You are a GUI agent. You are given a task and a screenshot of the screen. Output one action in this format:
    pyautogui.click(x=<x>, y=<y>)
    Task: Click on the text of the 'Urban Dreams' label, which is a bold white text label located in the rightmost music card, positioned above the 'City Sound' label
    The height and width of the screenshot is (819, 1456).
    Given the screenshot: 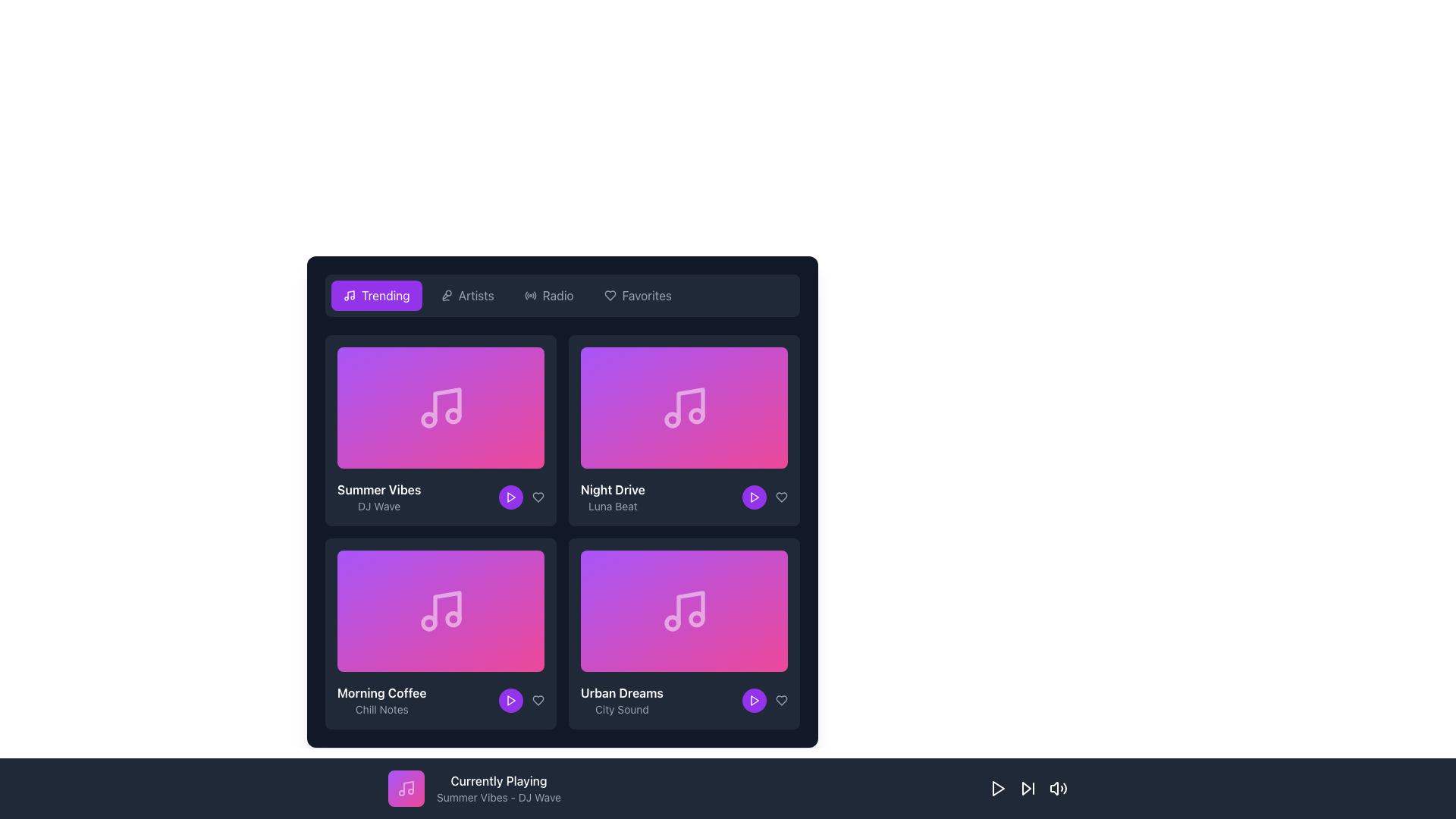 What is the action you would take?
    pyautogui.click(x=622, y=693)
    